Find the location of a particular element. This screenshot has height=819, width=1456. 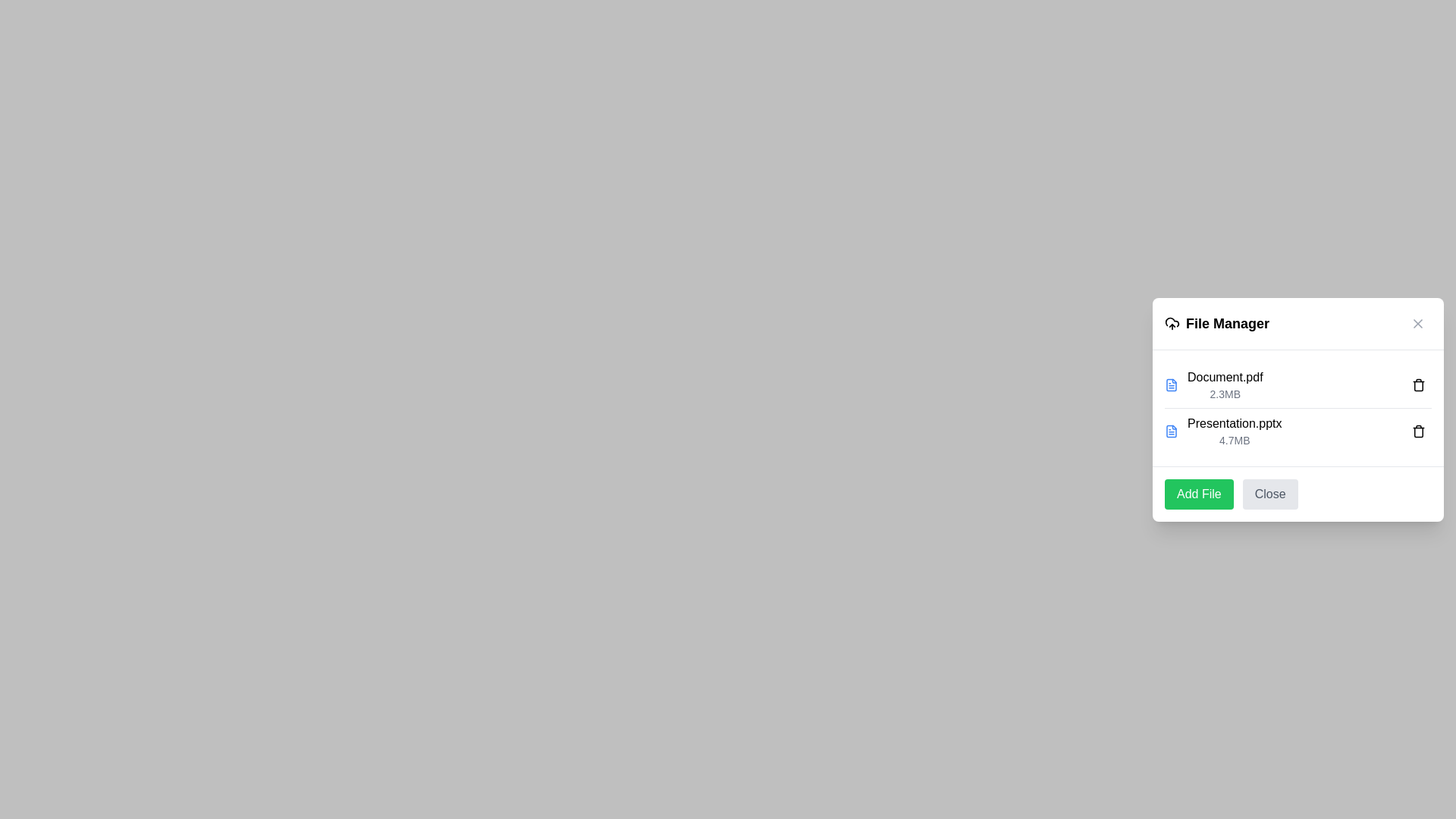

the close button icon, which is an oblique cross ('X' shape) located at the top-right corner of the 'File Manager' modal is located at coordinates (1417, 322).